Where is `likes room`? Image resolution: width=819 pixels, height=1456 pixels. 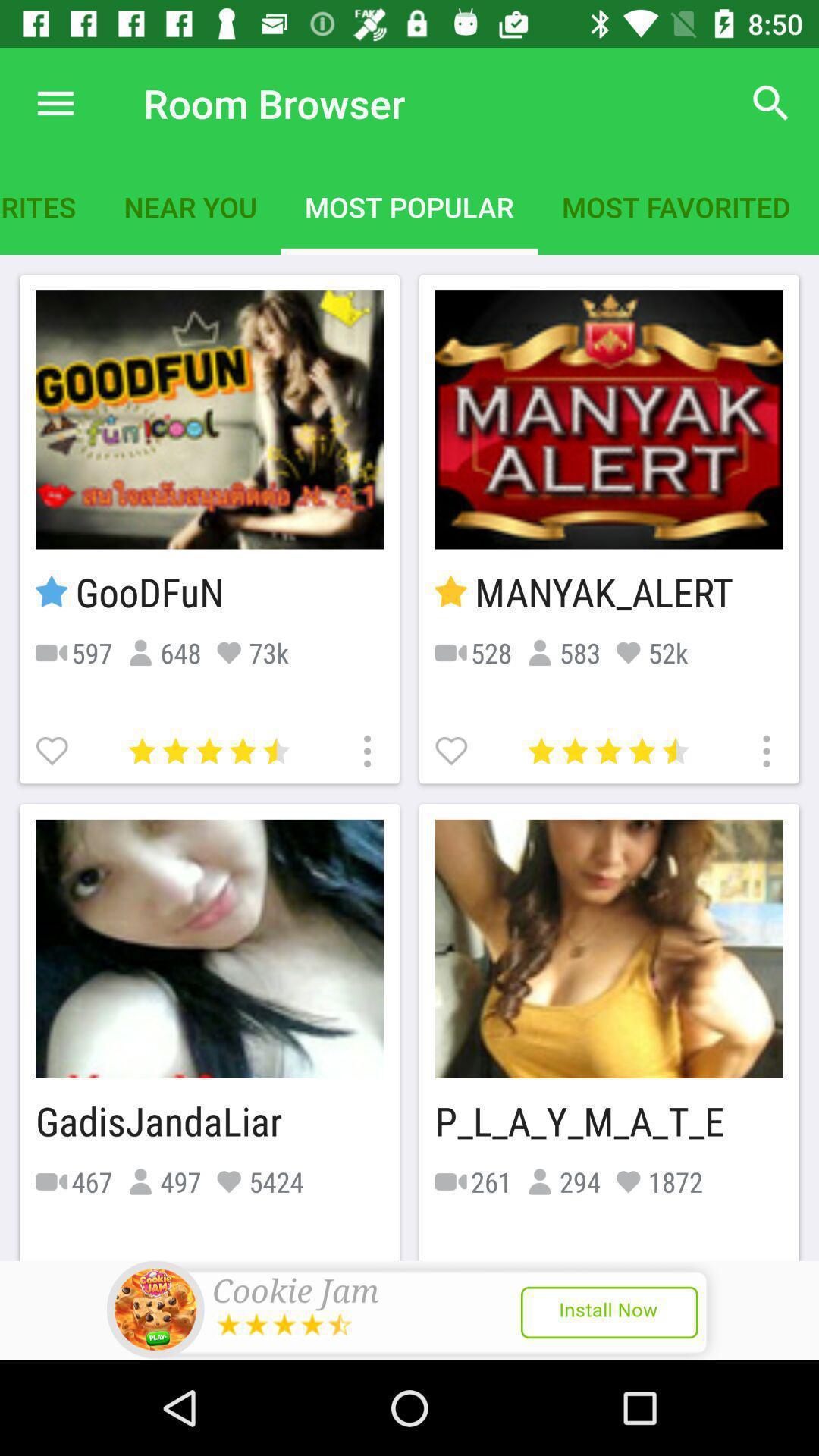
likes room is located at coordinates (452, 749).